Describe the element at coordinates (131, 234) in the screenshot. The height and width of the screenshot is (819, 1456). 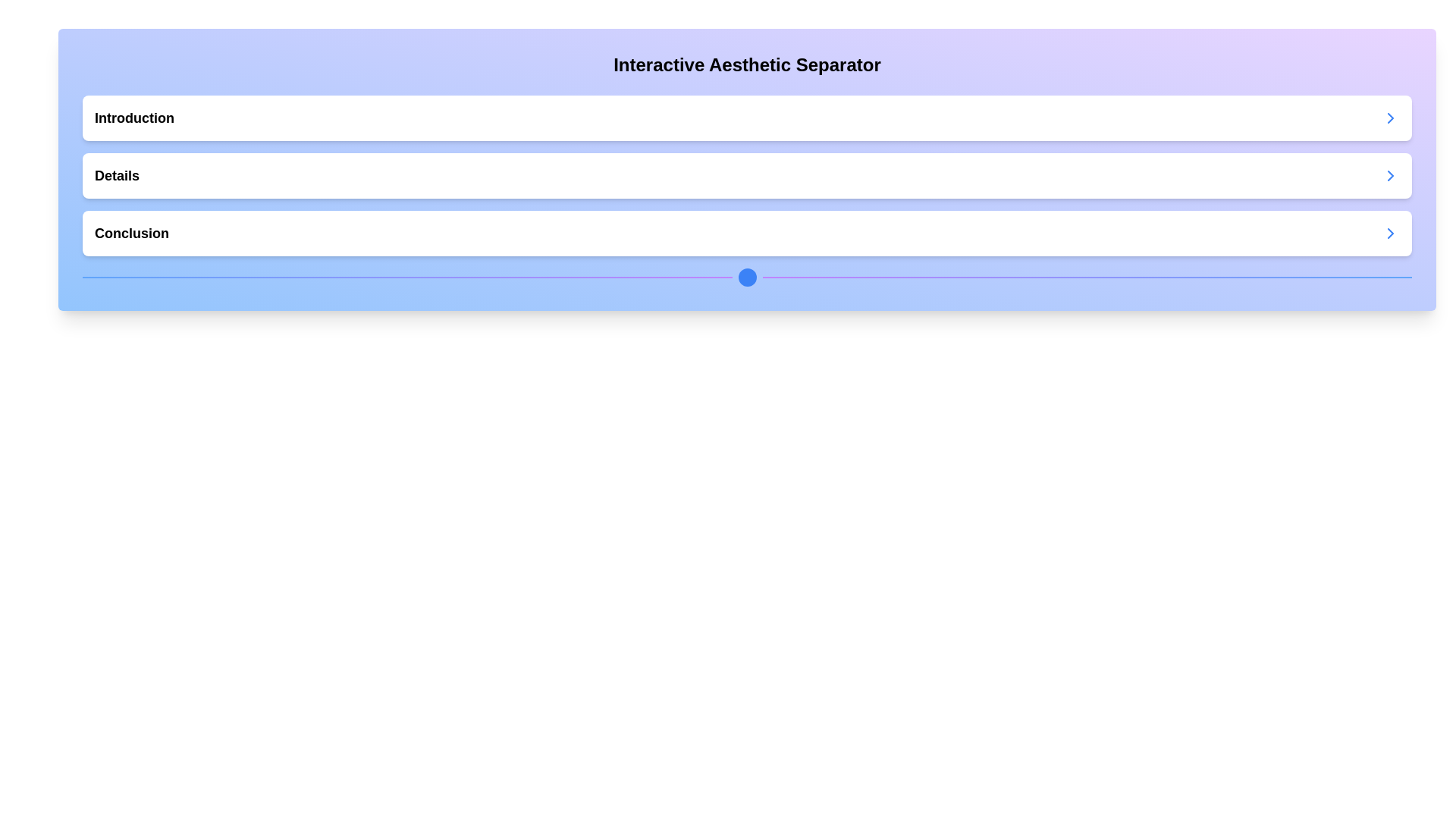
I see `the 'Conclusion' section header text label, which is the last item in a vertically stacked list of items below the 'Interactive Aesthetic Separator' title` at that location.